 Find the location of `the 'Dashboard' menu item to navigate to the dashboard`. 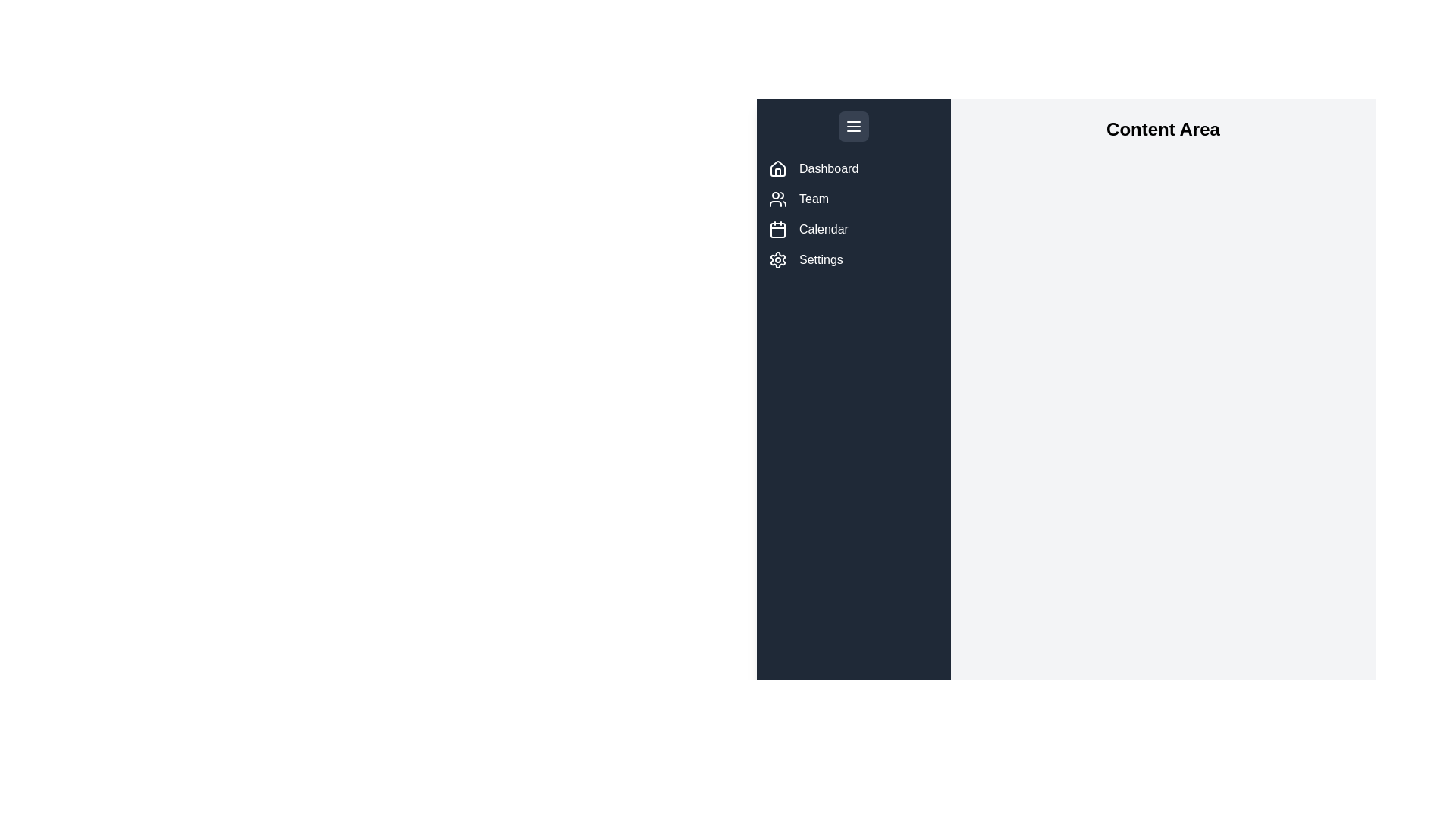

the 'Dashboard' menu item to navigate to the dashboard is located at coordinates (854, 169).